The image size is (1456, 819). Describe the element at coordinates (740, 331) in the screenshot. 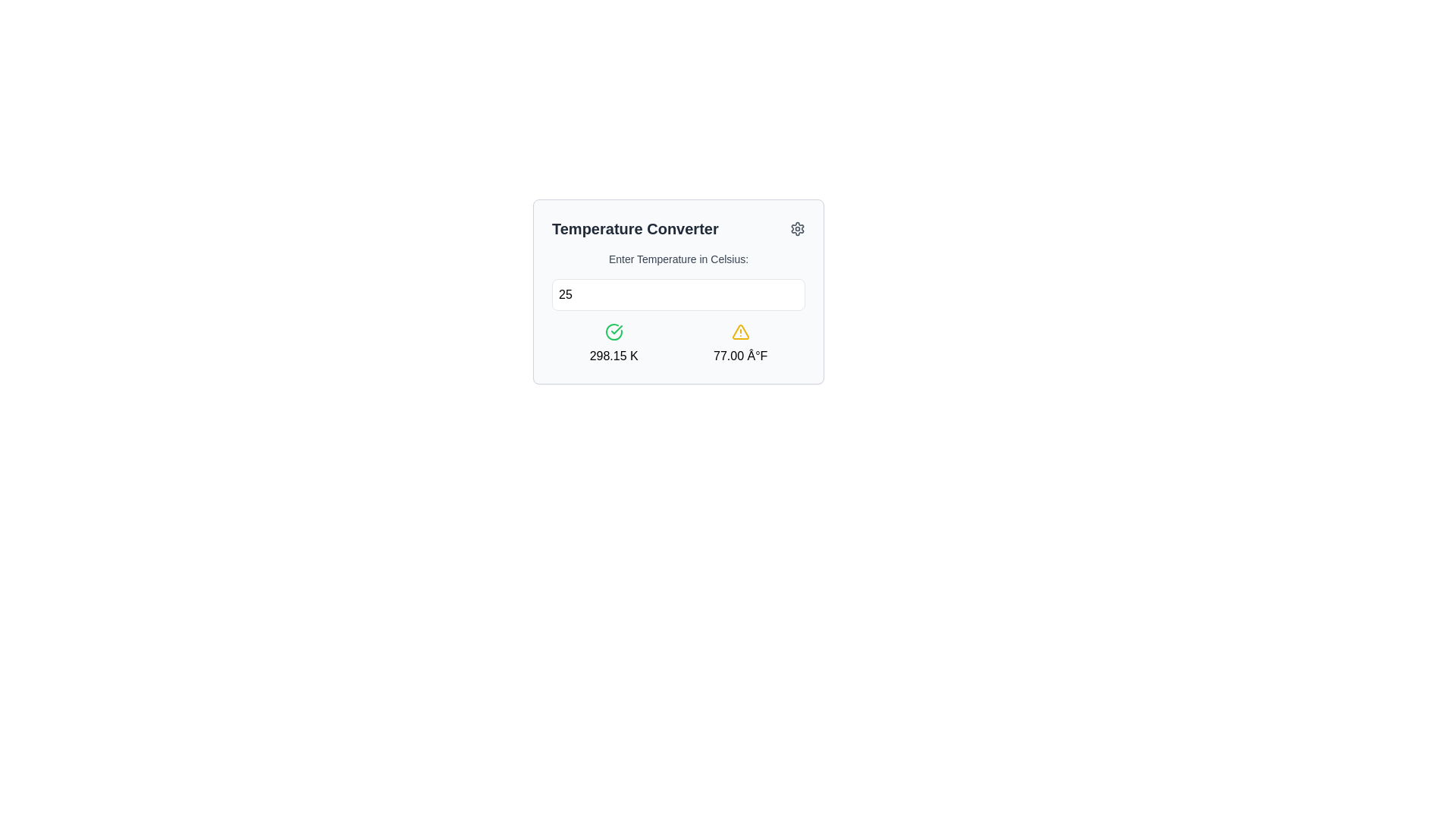

I see `Warning/Alert icon that visually indicates a warning state related to the Fahrenheit temperature result, located to the right of the numeric temperature input box` at that location.